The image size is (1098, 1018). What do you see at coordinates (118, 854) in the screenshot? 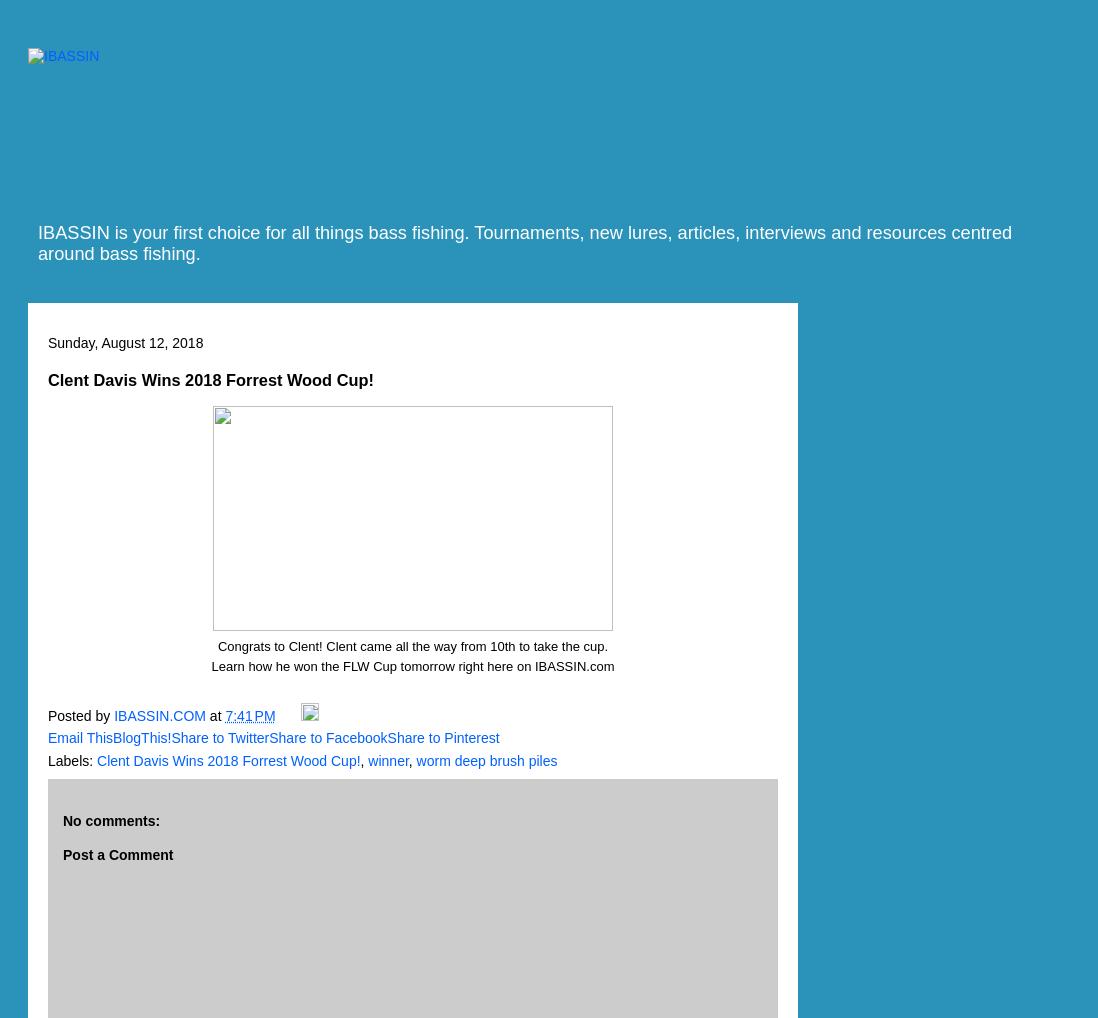
I see `'Post a Comment'` at bounding box center [118, 854].